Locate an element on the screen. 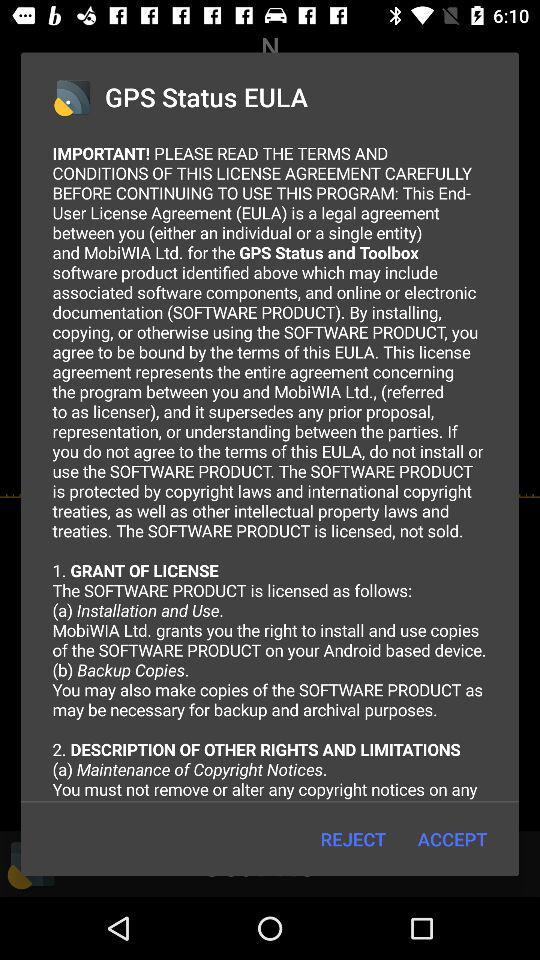 The width and height of the screenshot is (540, 960). the accept item is located at coordinates (452, 839).